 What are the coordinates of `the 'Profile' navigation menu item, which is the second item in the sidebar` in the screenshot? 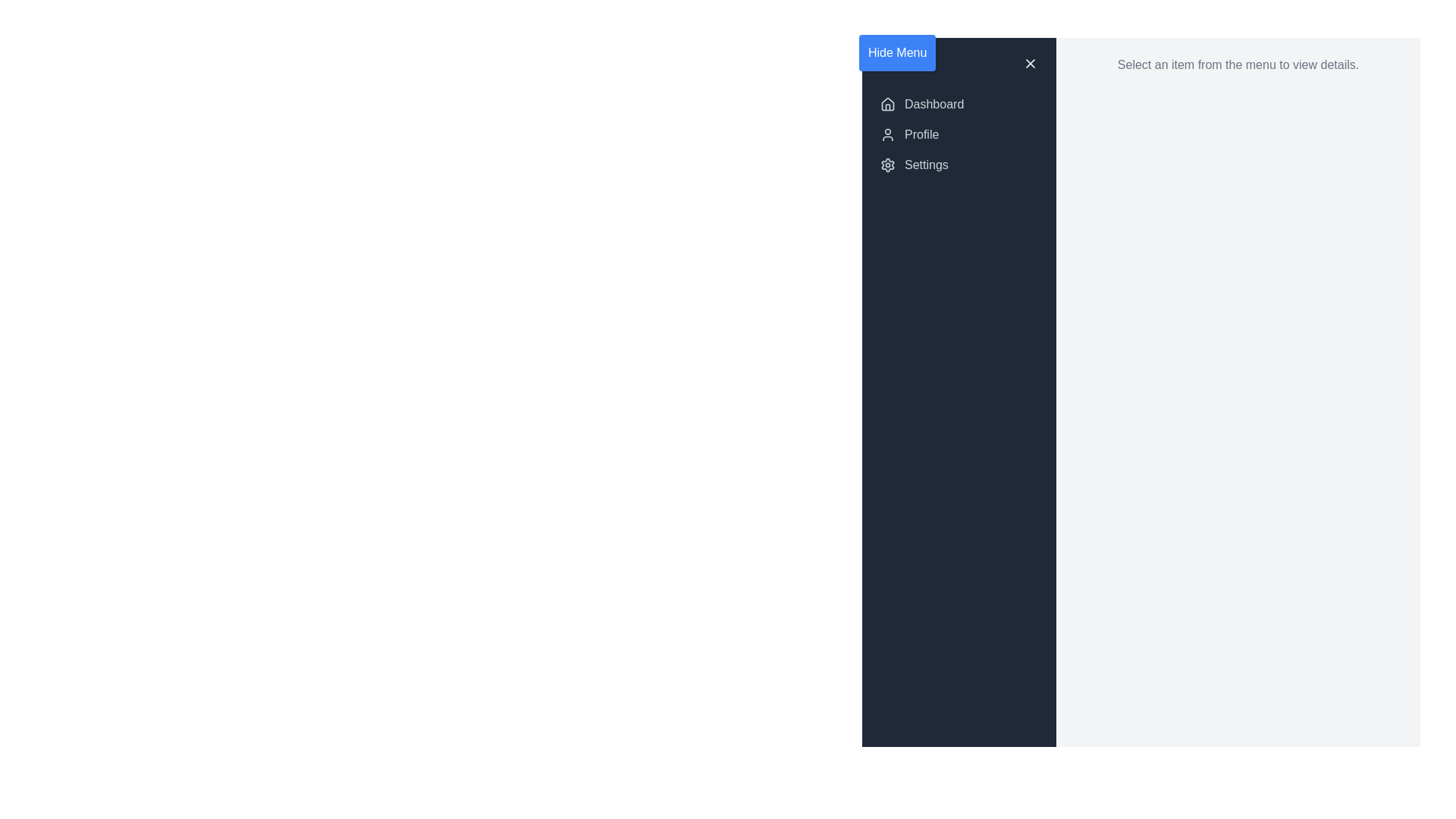 It's located at (959, 133).